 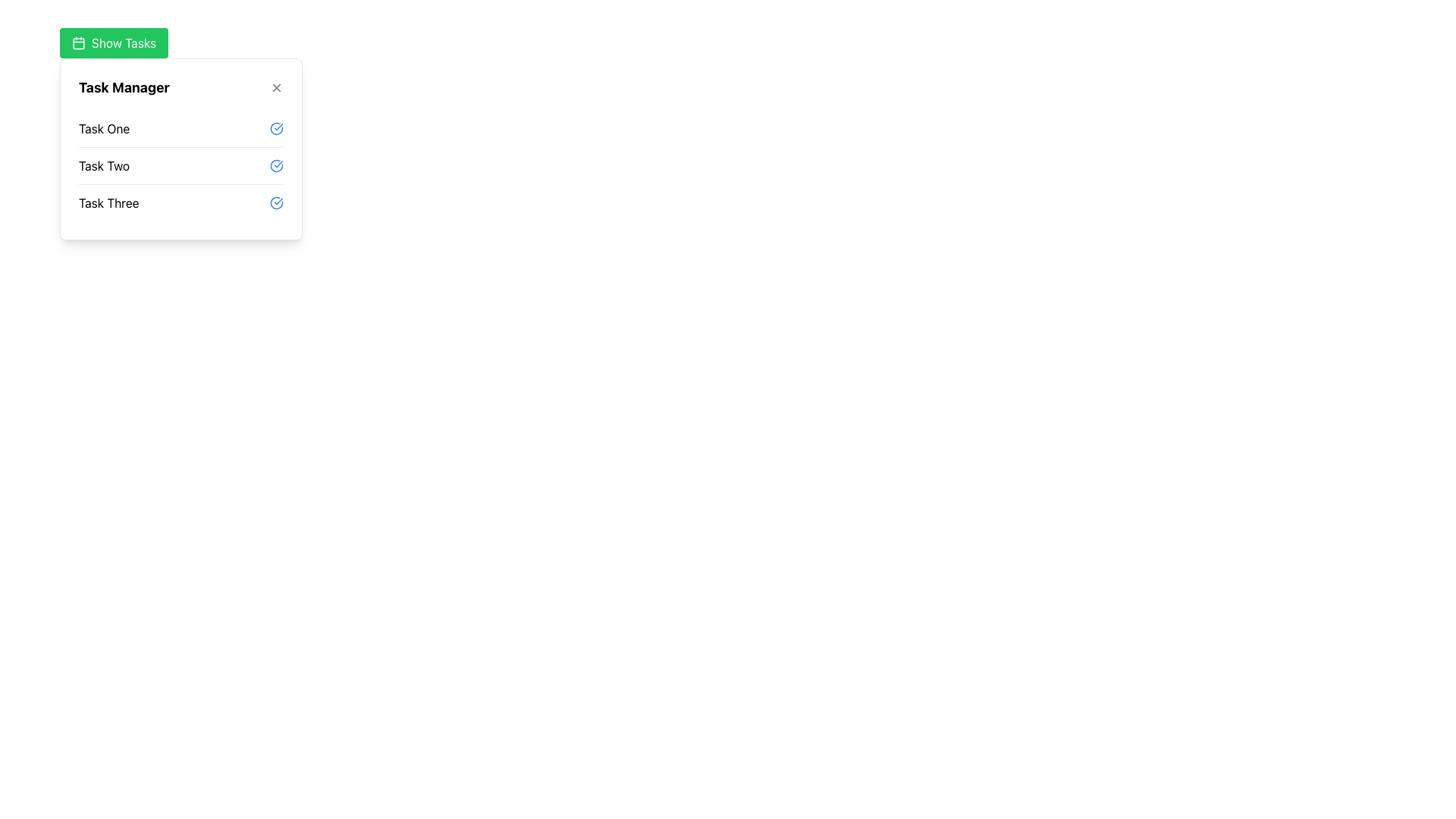 What do you see at coordinates (181, 165) in the screenshot?
I see `the task list item labeled 'Task Two', which is the second item in a vertical list of tasks, positioned beneath 'Task One' and above 'Task Three'` at bounding box center [181, 165].